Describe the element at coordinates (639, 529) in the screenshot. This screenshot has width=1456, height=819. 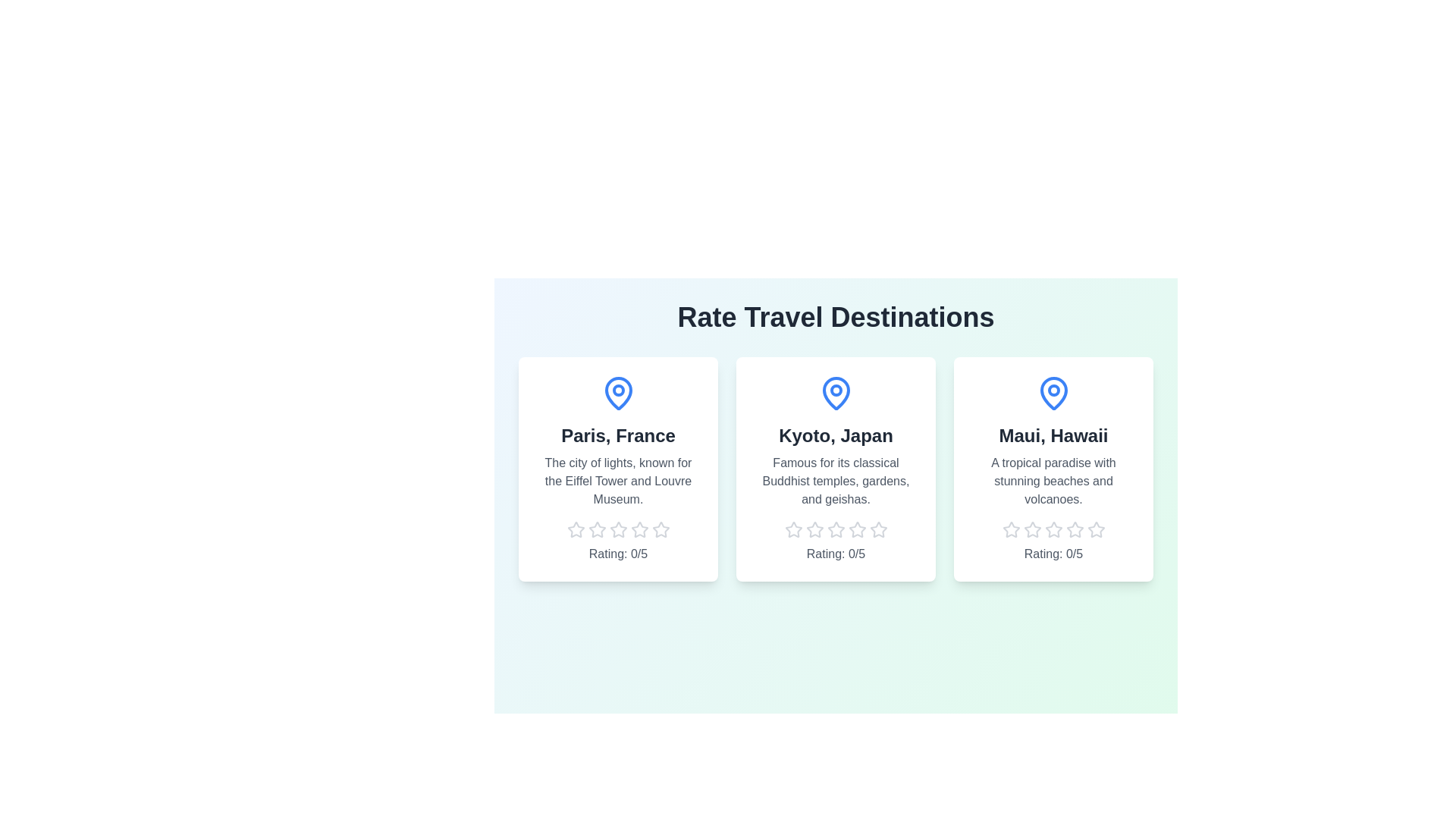
I see `the star corresponding to 4 to observe the hover effect` at that location.